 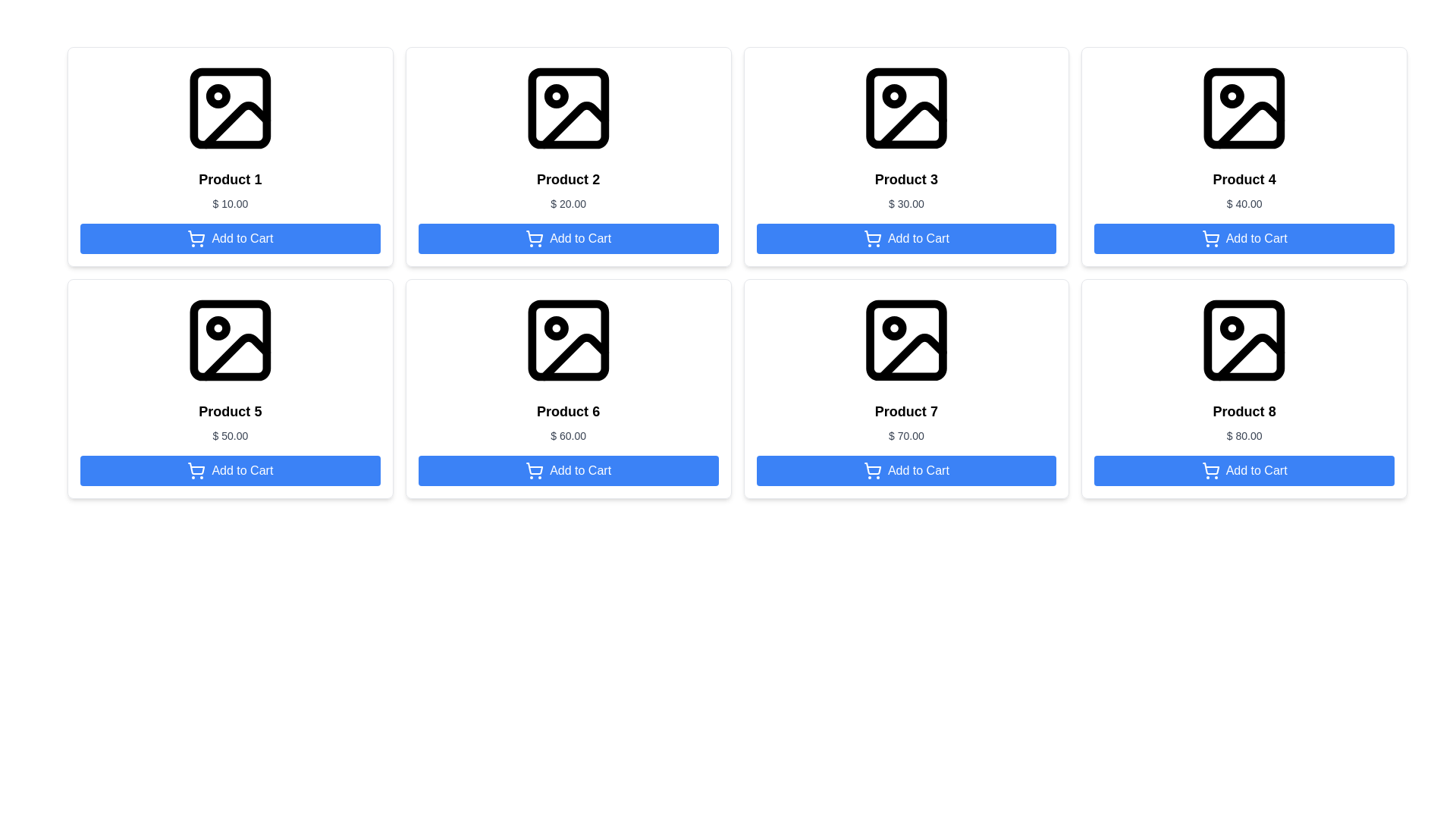 I want to click on the image placeholder within the card labeled 'Product 7', located in the second row, fourth column of the product grid, so click(x=906, y=339).